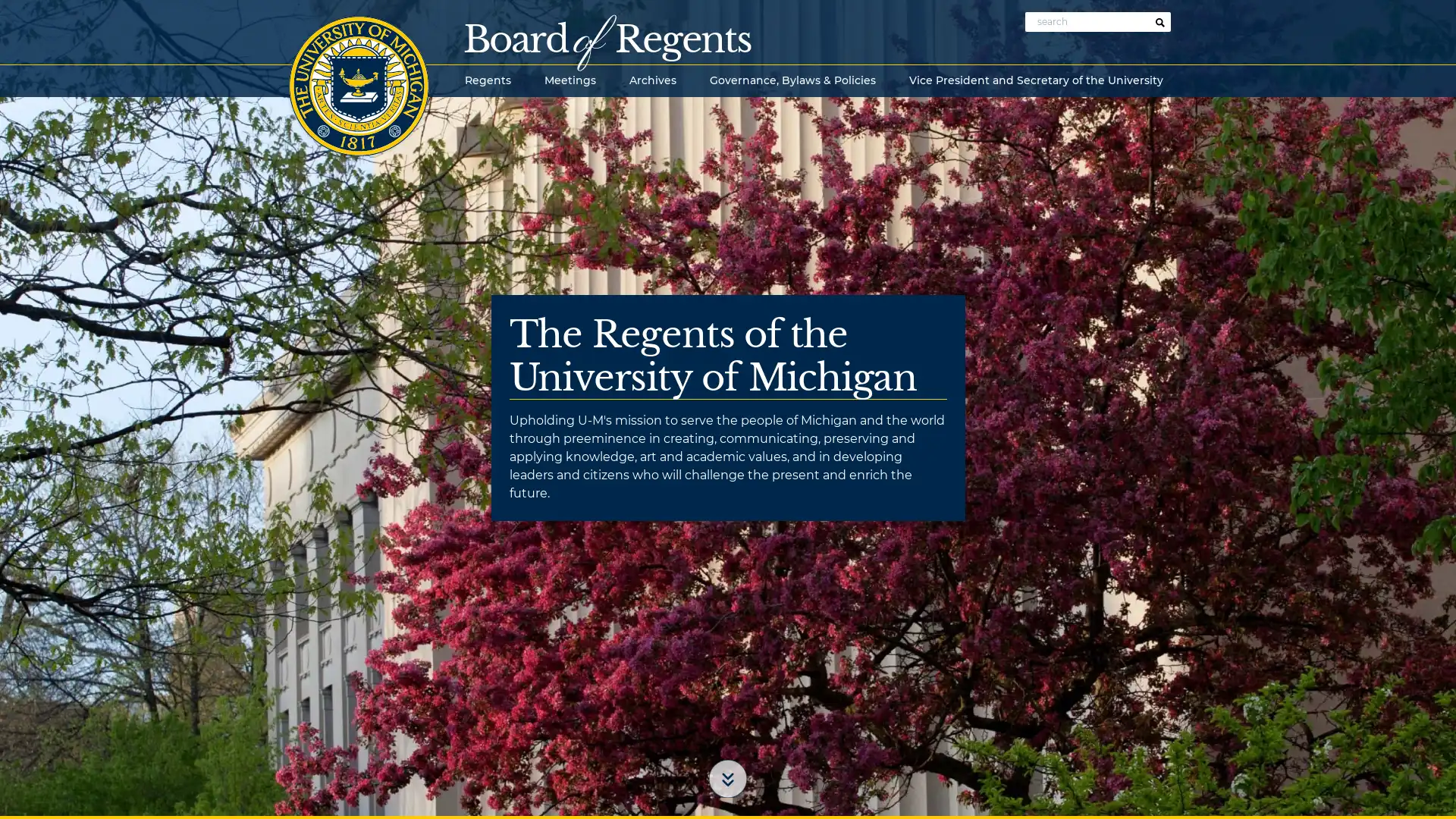 Image resolution: width=1456 pixels, height=819 pixels. Describe the element at coordinates (1159, 23) in the screenshot. I see `submit form` at that location.